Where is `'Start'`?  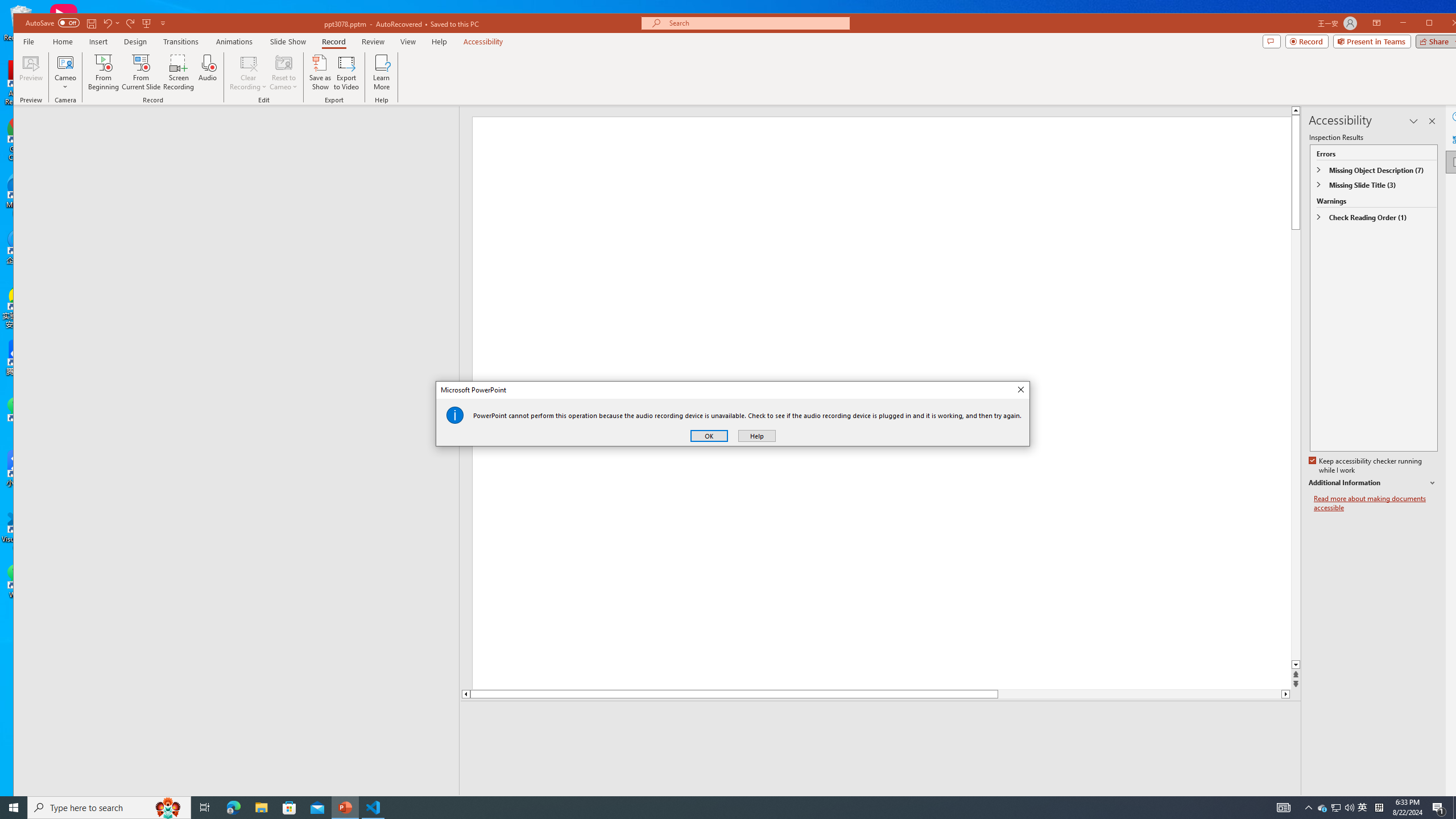
'Start' is located at coordinates (14, 806).